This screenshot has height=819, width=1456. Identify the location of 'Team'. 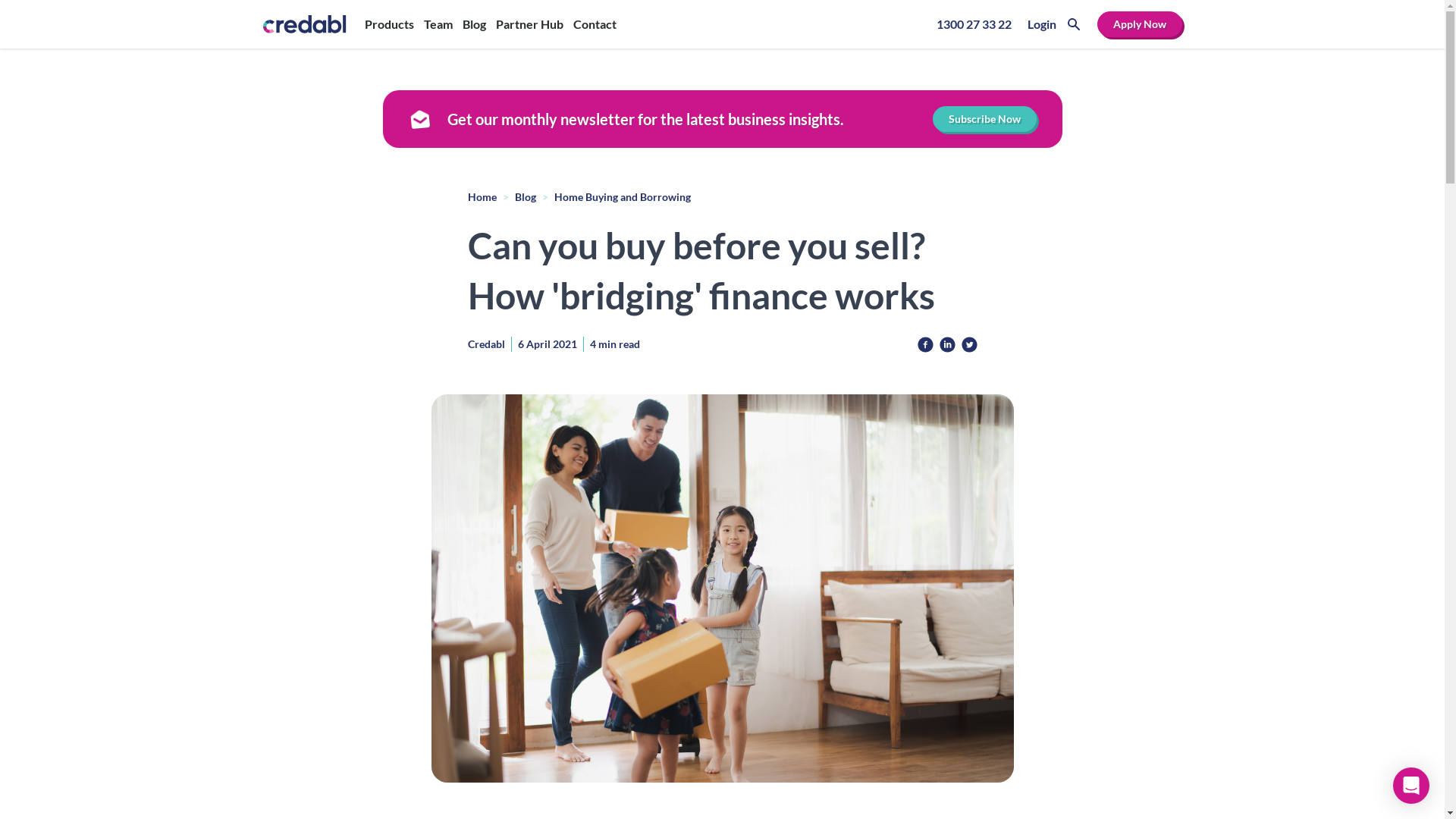
(437, 24).